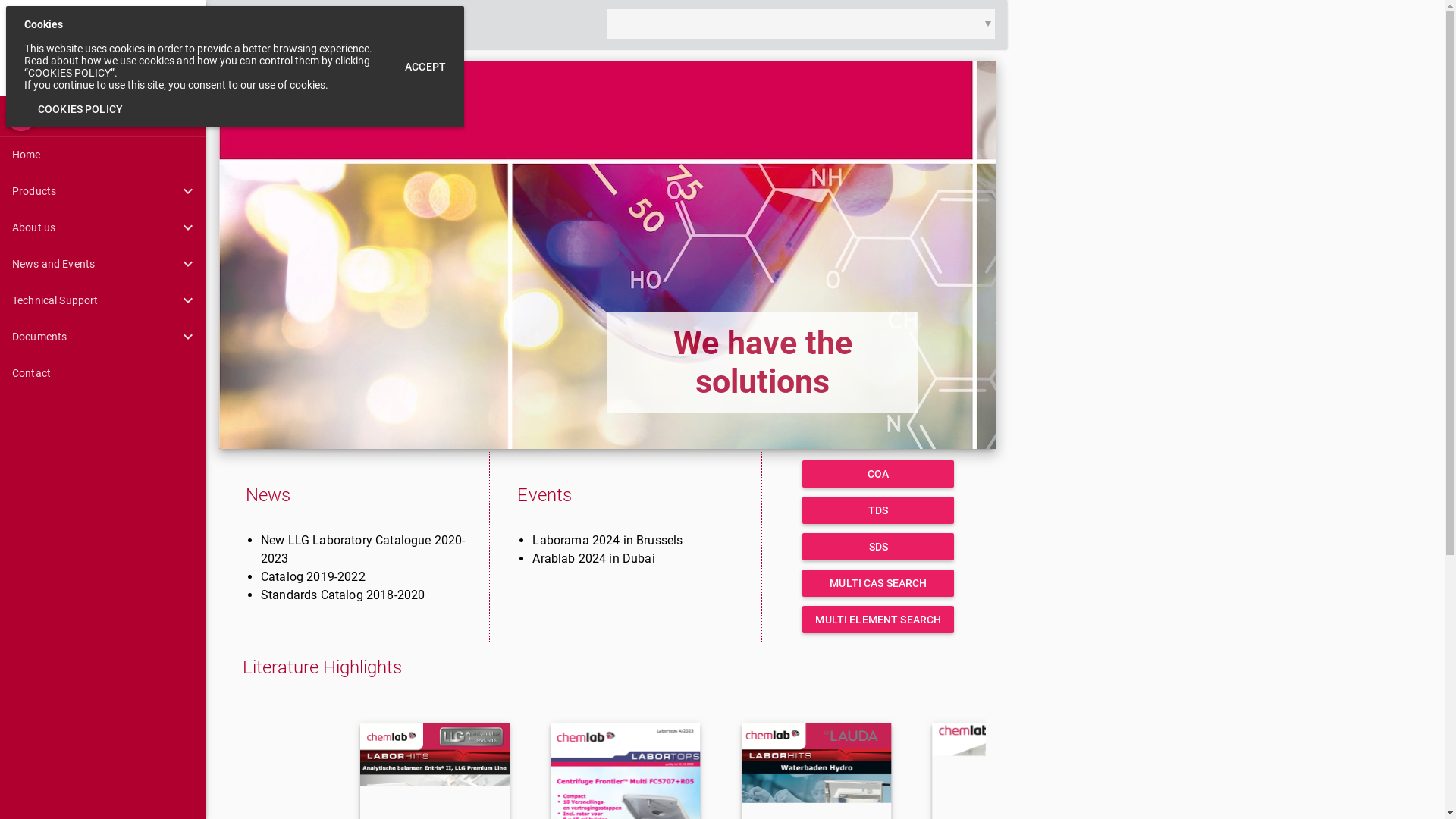 This screenshot has width=1456, height=819. I want to click on 'SDS', so click(877, 547).